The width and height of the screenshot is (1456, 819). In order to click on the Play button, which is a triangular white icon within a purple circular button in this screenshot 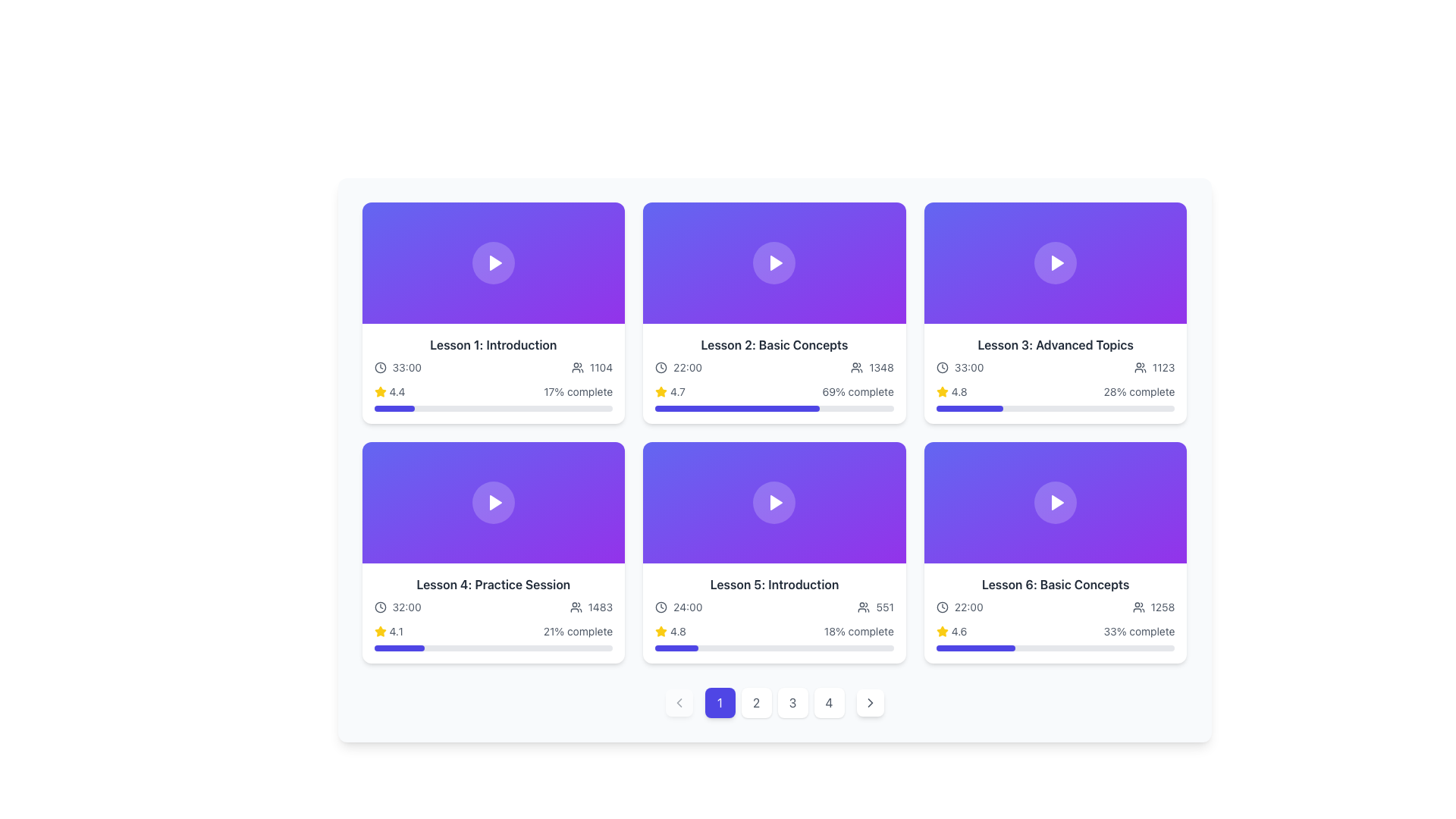, I will do `click(494, 262)`.